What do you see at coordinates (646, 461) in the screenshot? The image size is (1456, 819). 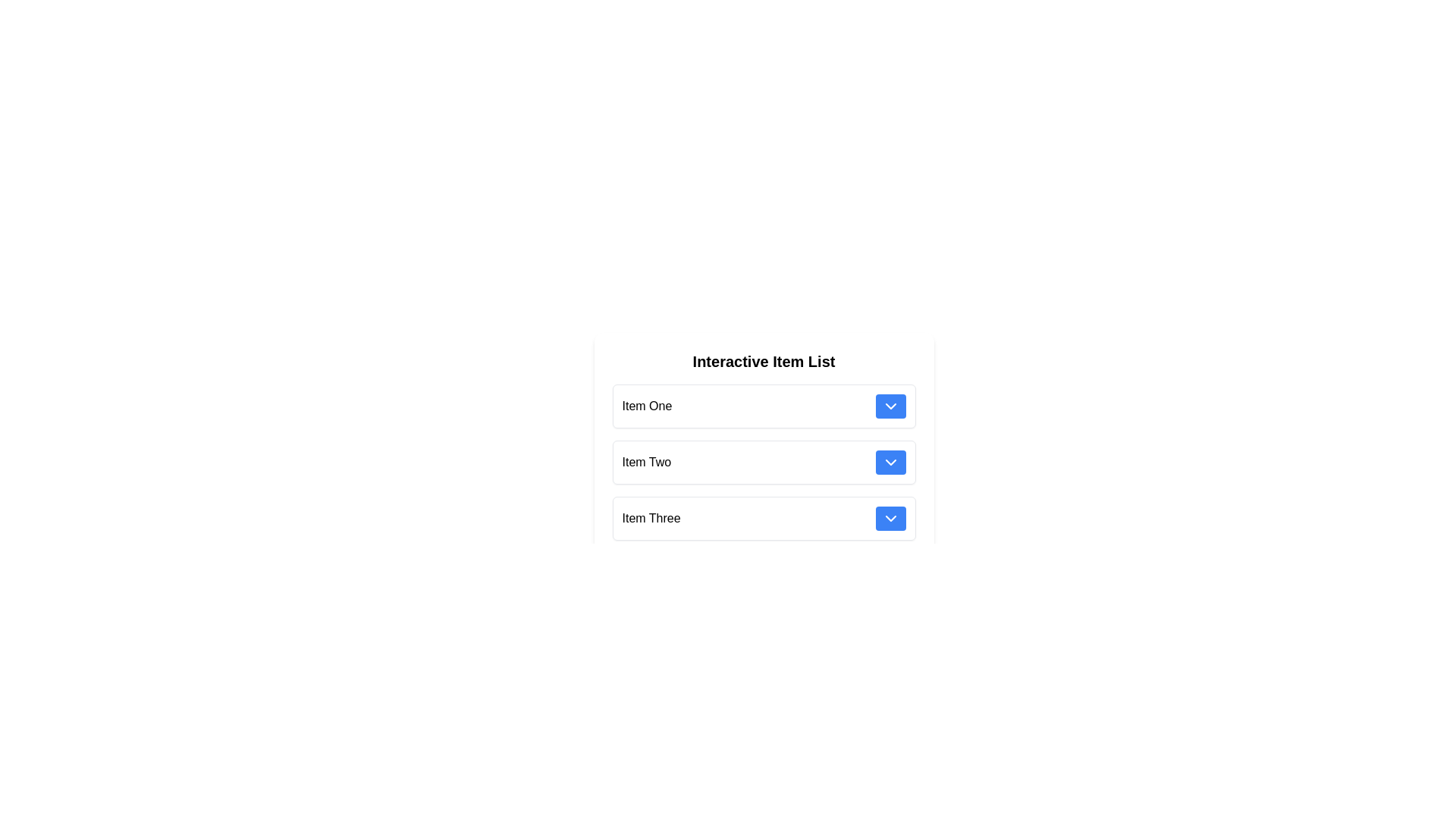 I see `the Text label that describes the second item` at bounding box center [646, 461].